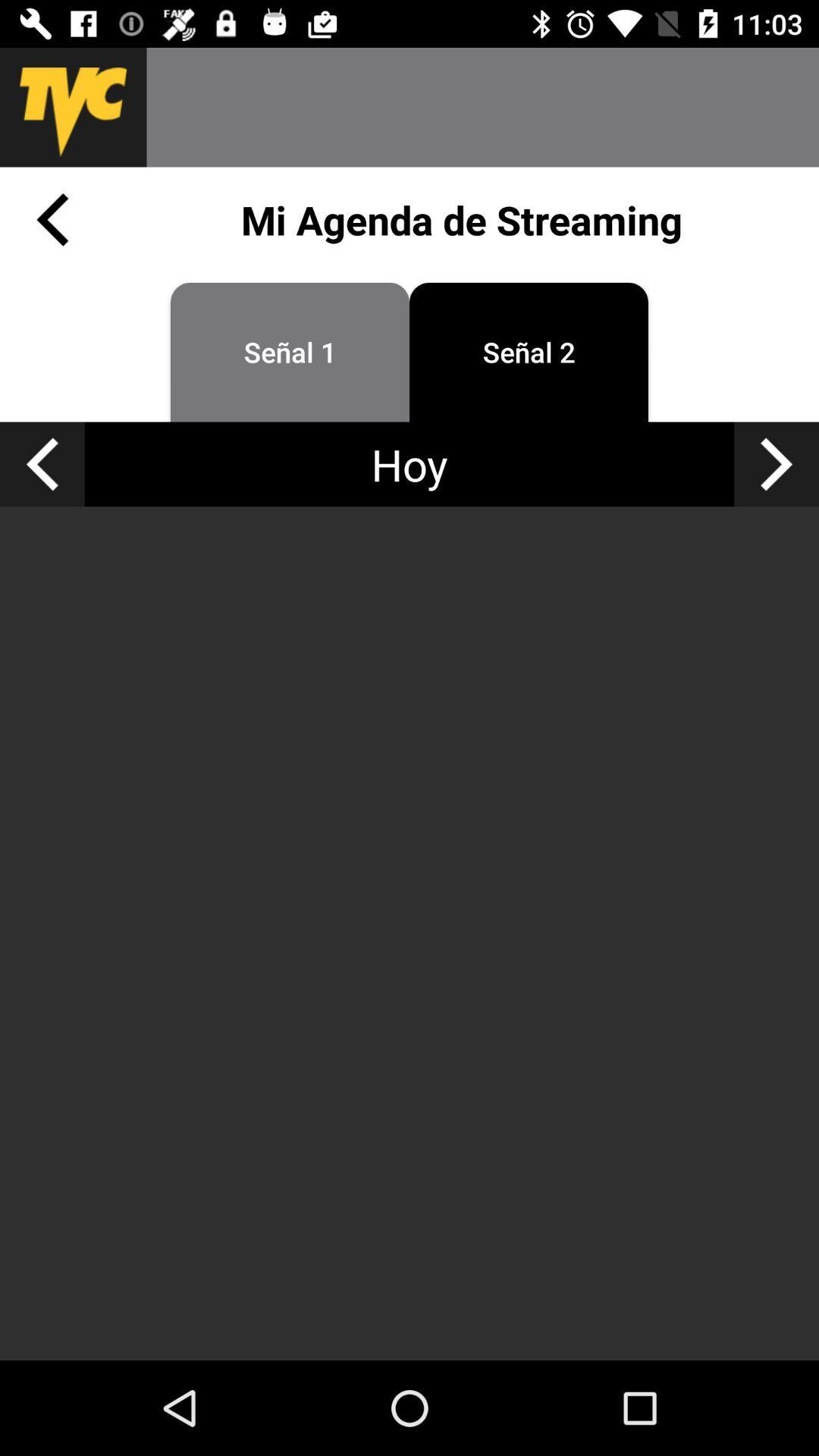  Describe the element at coordinates (52, 218) in the screenshot. I see `item to the left of mi agenda de app` at that location.